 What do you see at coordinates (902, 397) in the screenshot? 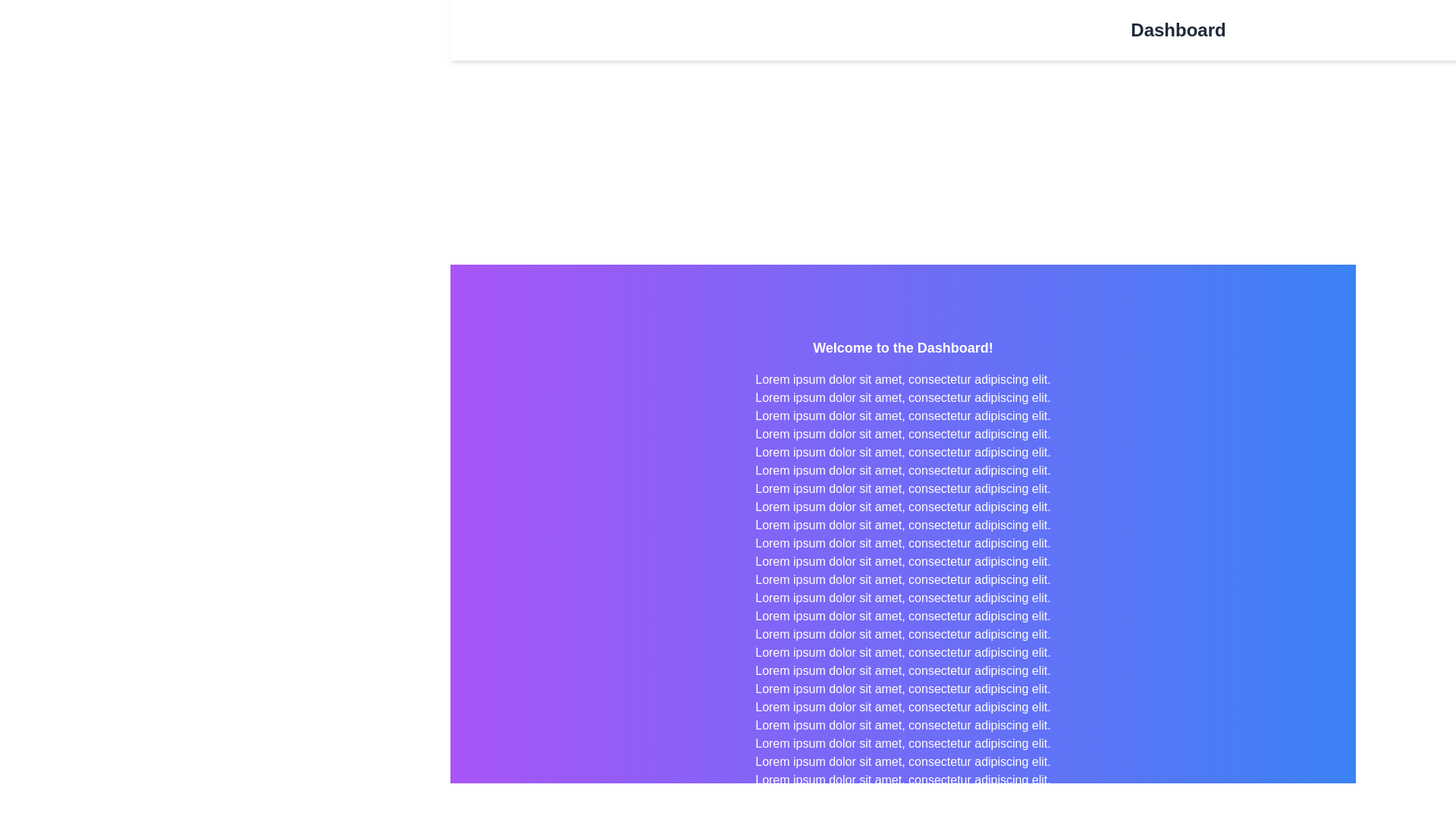
I see `the static text that reads 'Lorem ipsum dolor sit amet, consectetur adipiscing elit.' which is styled in white text on a purple-to-blue gradient background, located as the third row under the heading 'Welcome to the Dashboard!'` at bounding box center [902, 397].